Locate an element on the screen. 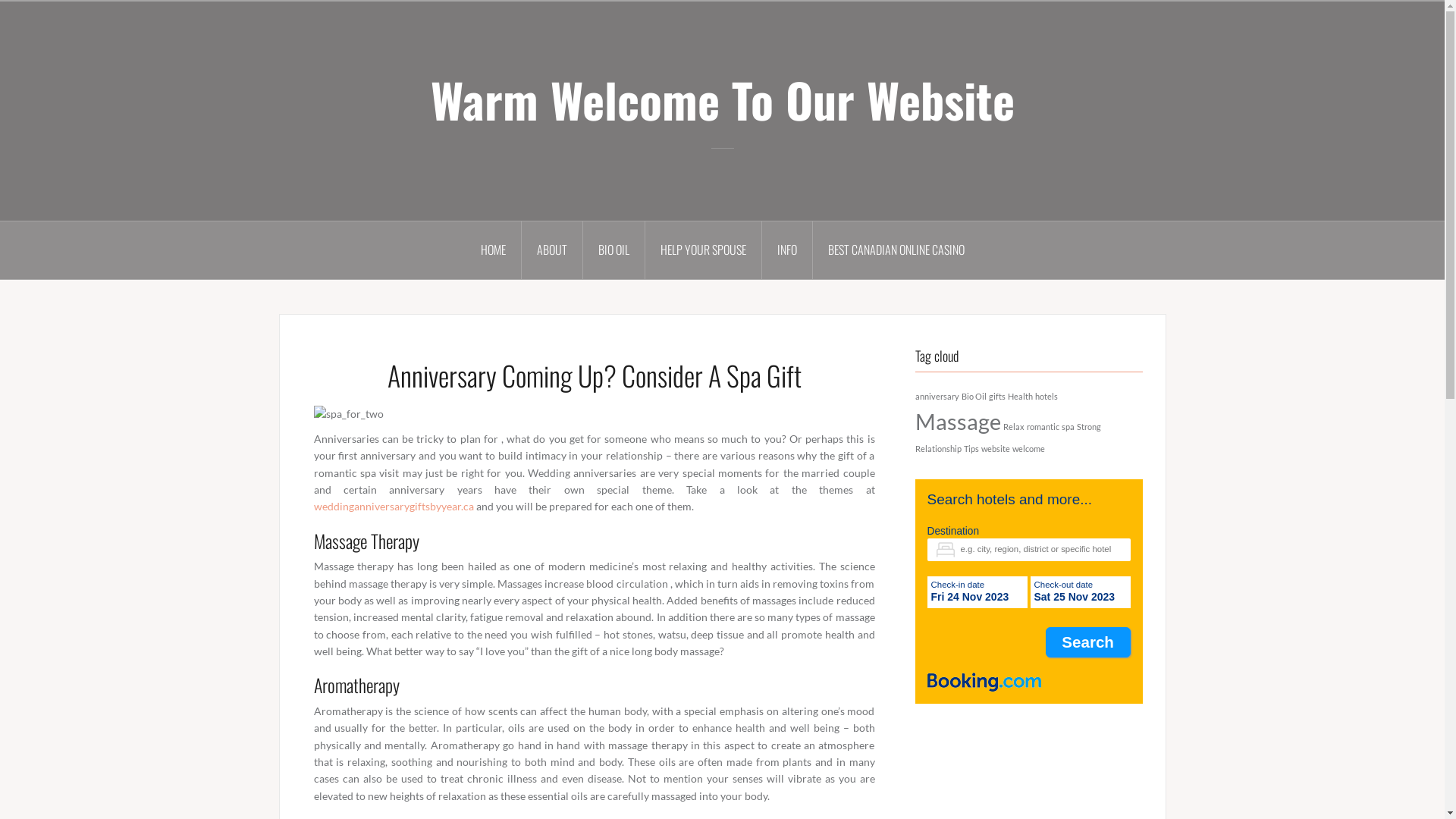  'Warm Welcome To Our Website' is located at coordinates (429, 99).